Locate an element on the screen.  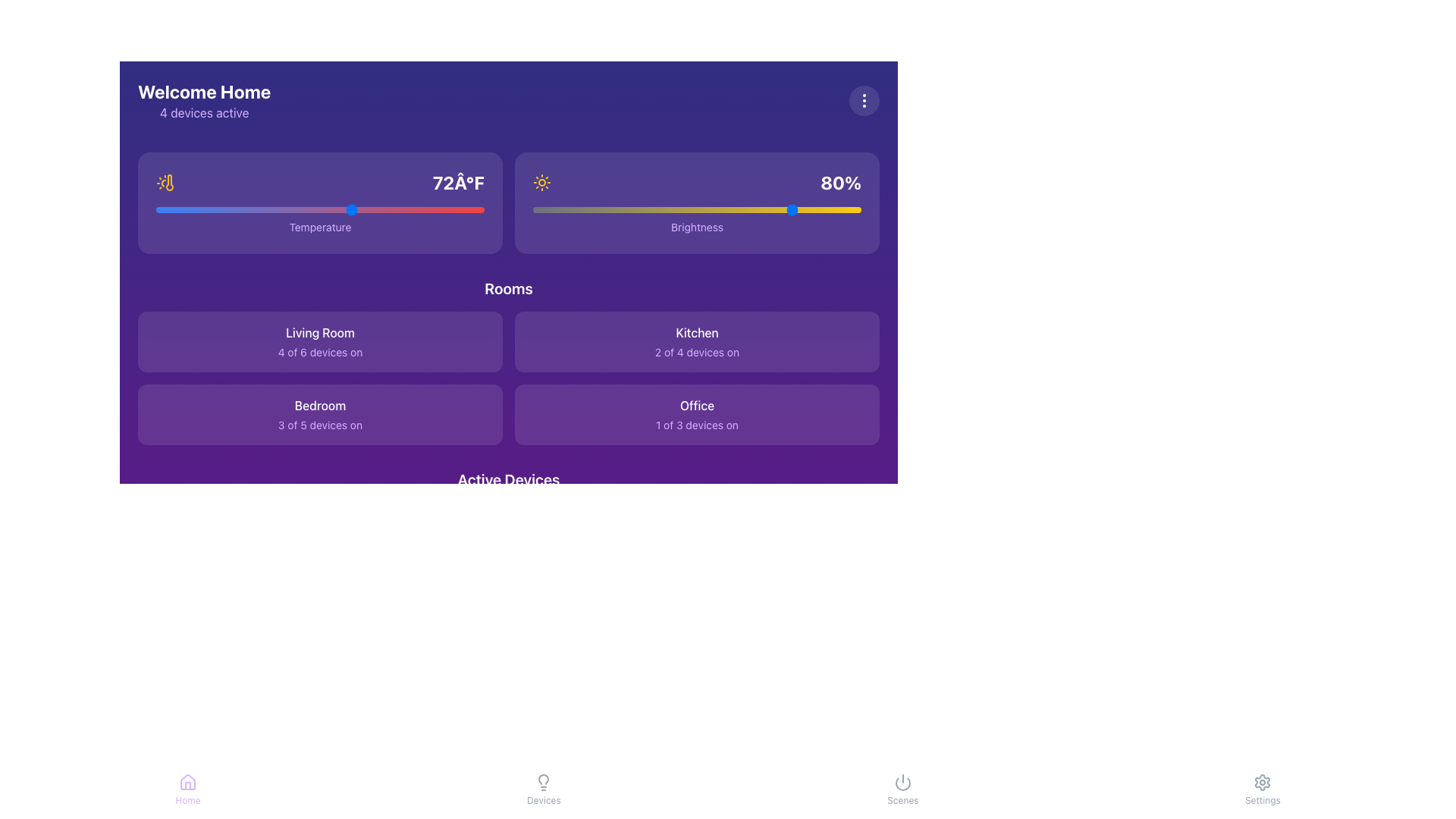
the value of the slider is located at coordinates (319, 210).